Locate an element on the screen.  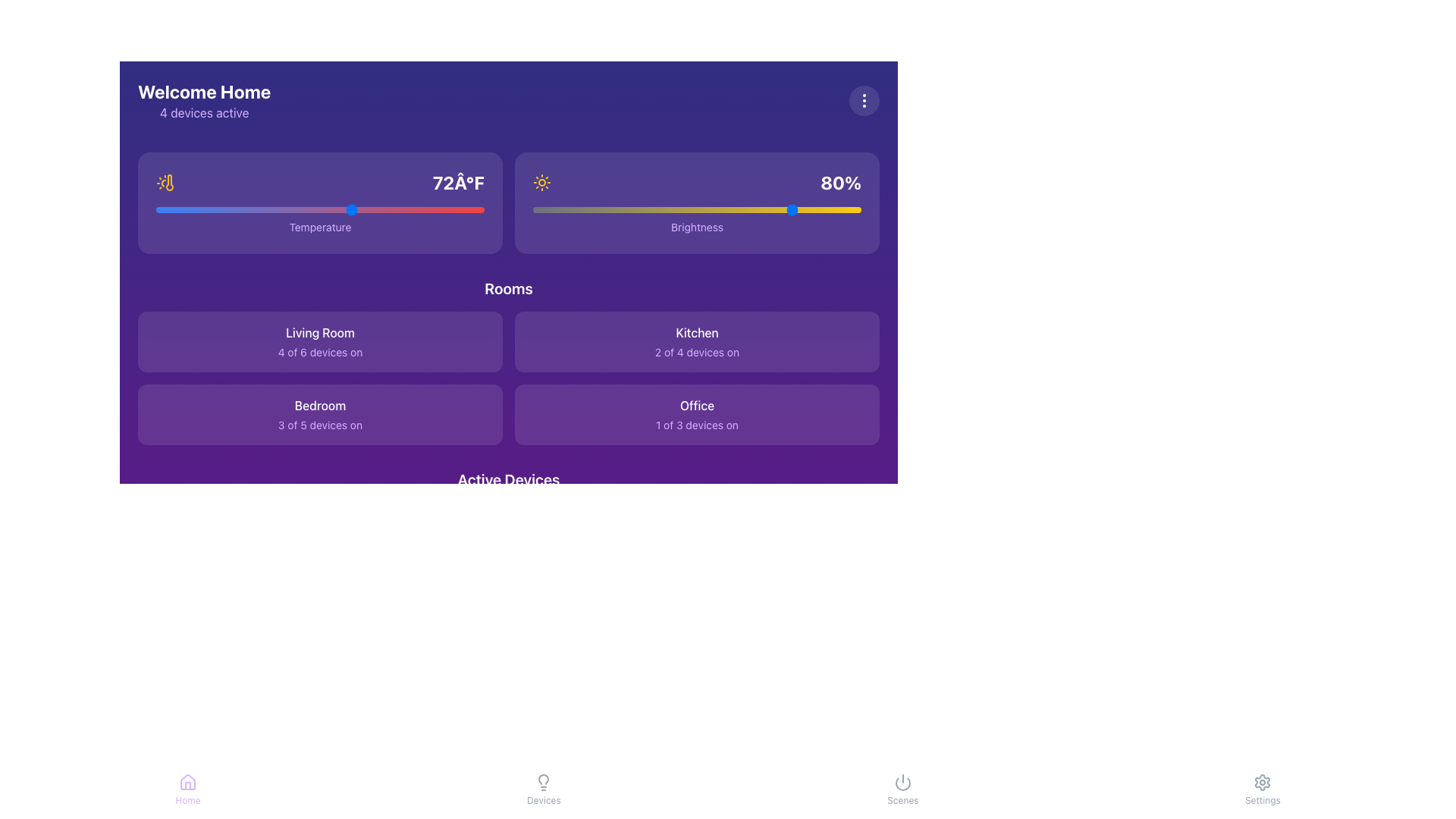
the value of the slider is located at coordinates (319, 210).